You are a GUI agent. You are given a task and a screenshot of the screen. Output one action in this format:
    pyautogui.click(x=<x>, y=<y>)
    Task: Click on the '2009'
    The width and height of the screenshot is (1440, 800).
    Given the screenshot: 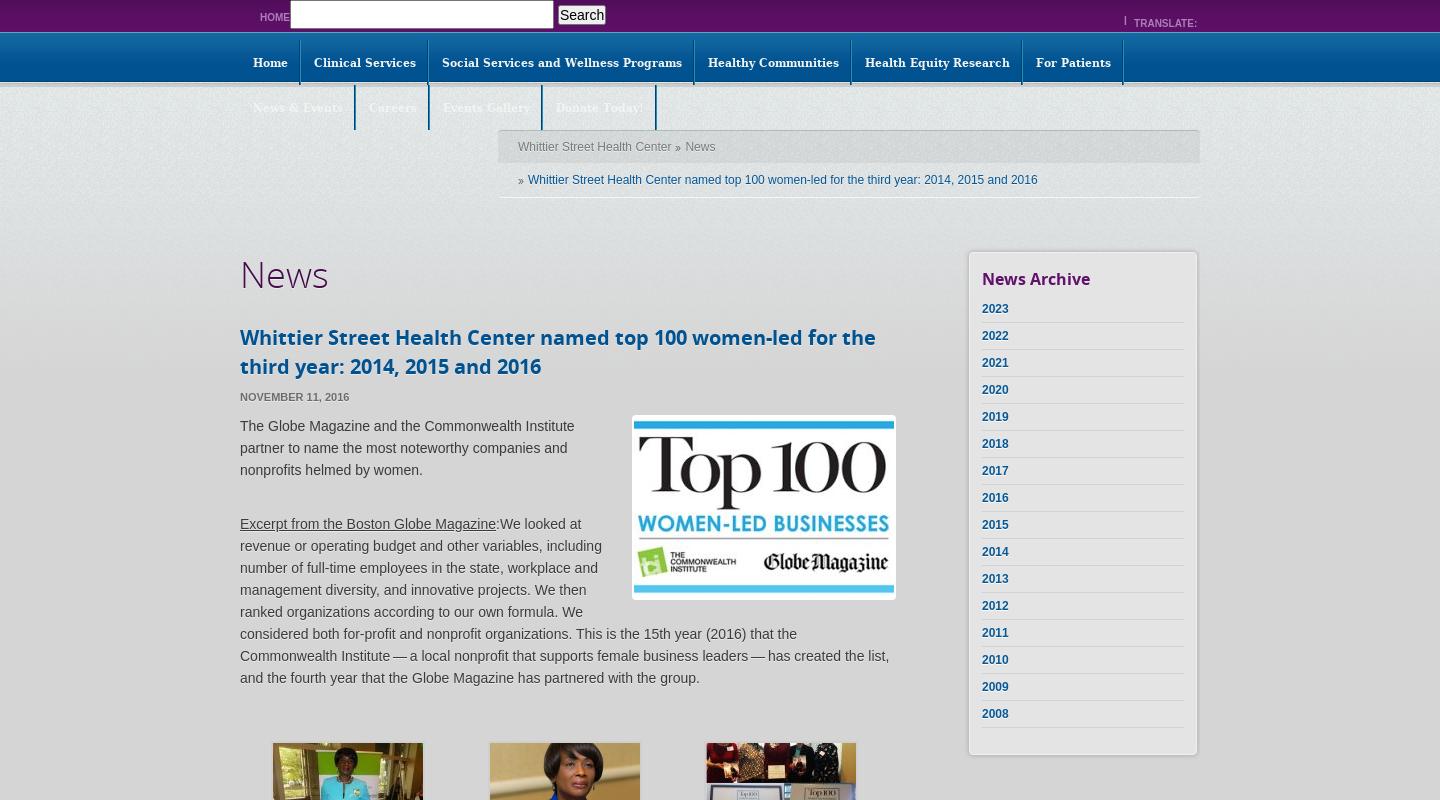 What is the action you would take?
    pyautogui.click(x=994, y=687)
    